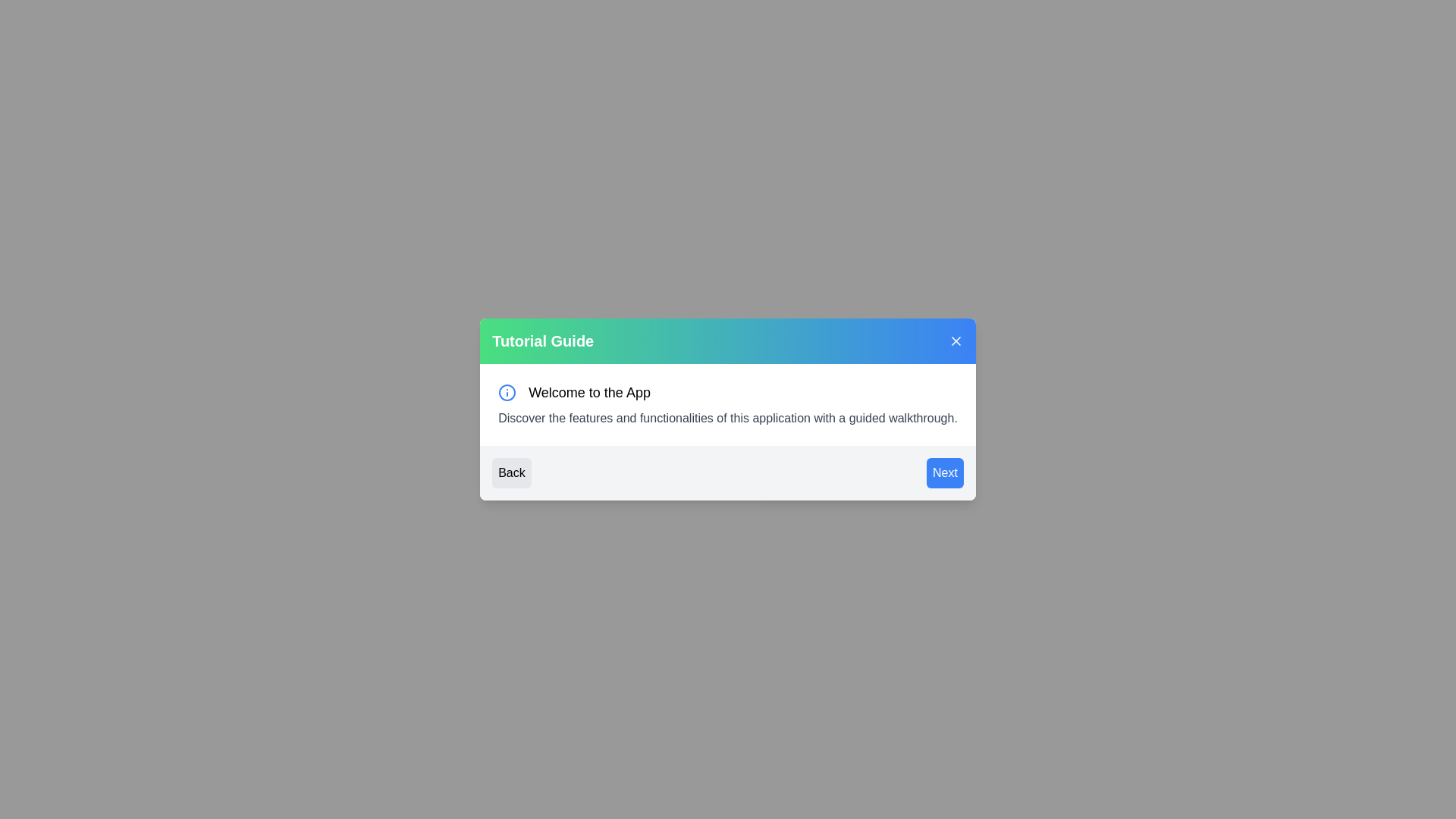  What do you see at coordinates (944, 472) in the screenshot?
I see `the 'Next' button located at the bottom-right corner of the dialog box, positioned directly to the right of the gray 'Back' button, for keyboard interactions` at bounding box center [944, 472].